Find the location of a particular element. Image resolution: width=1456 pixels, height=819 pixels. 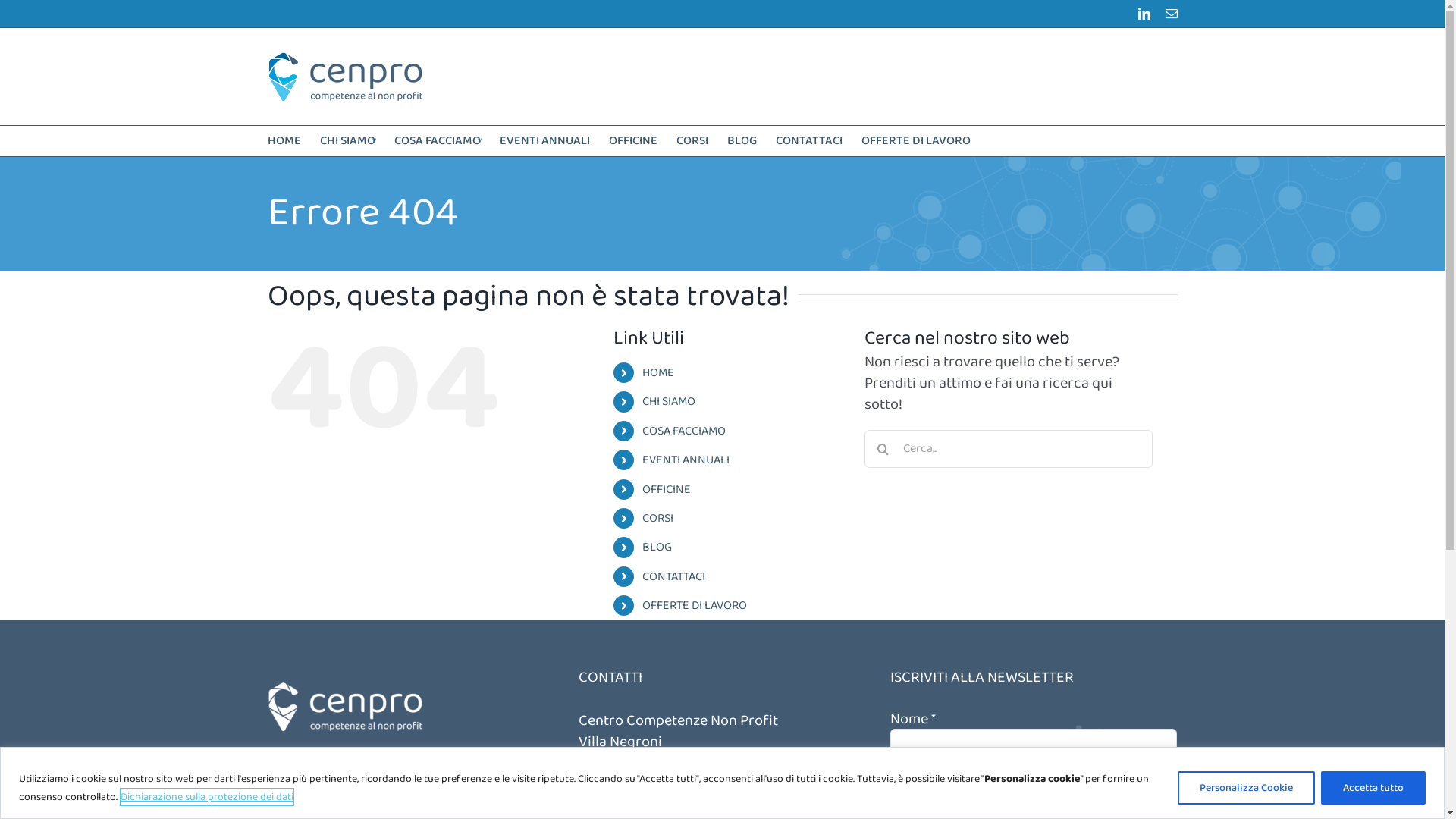

'Email' is located at coordinates (1164, 14).